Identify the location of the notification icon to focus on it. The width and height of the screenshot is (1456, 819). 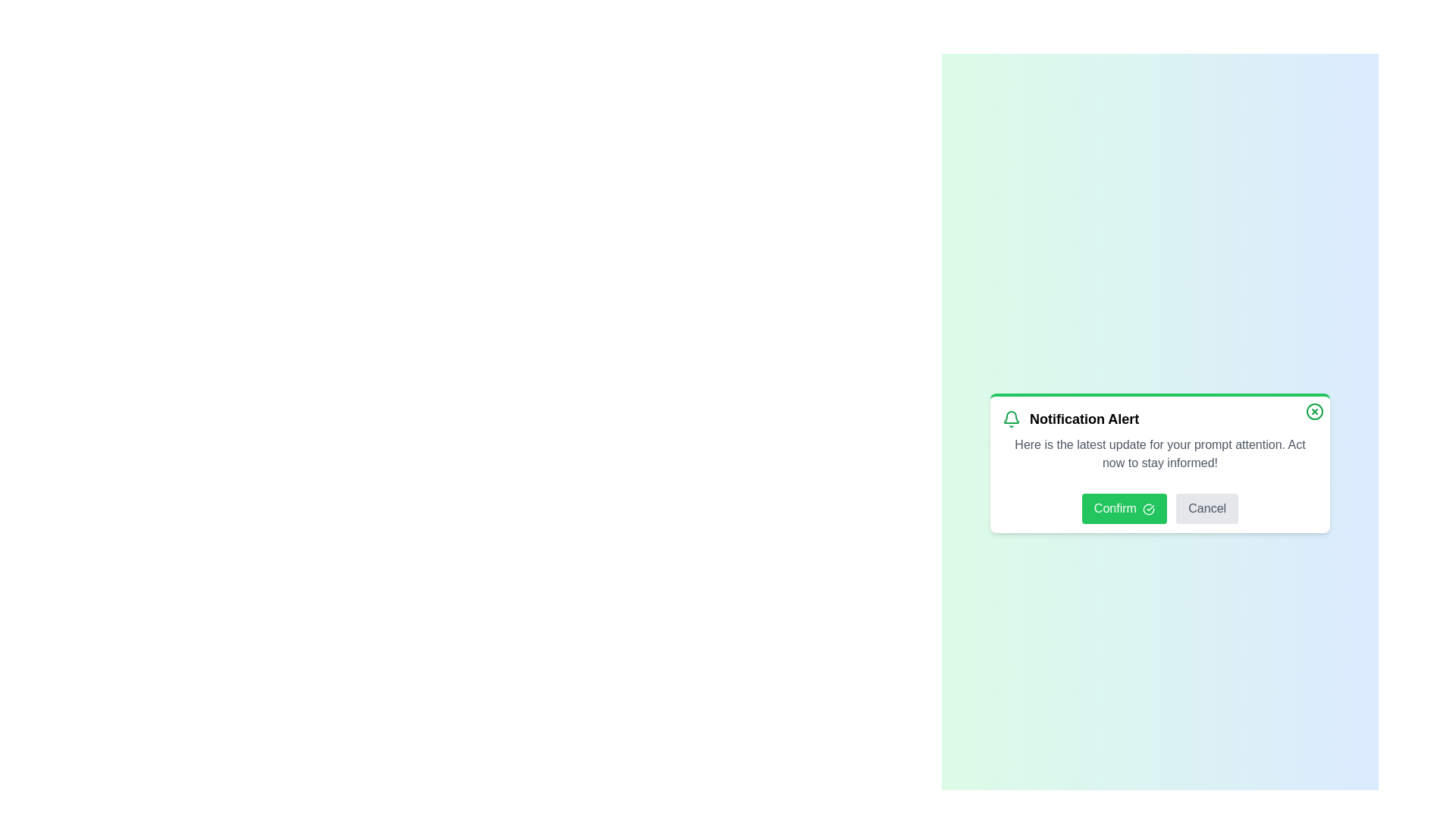
(1012, 419).